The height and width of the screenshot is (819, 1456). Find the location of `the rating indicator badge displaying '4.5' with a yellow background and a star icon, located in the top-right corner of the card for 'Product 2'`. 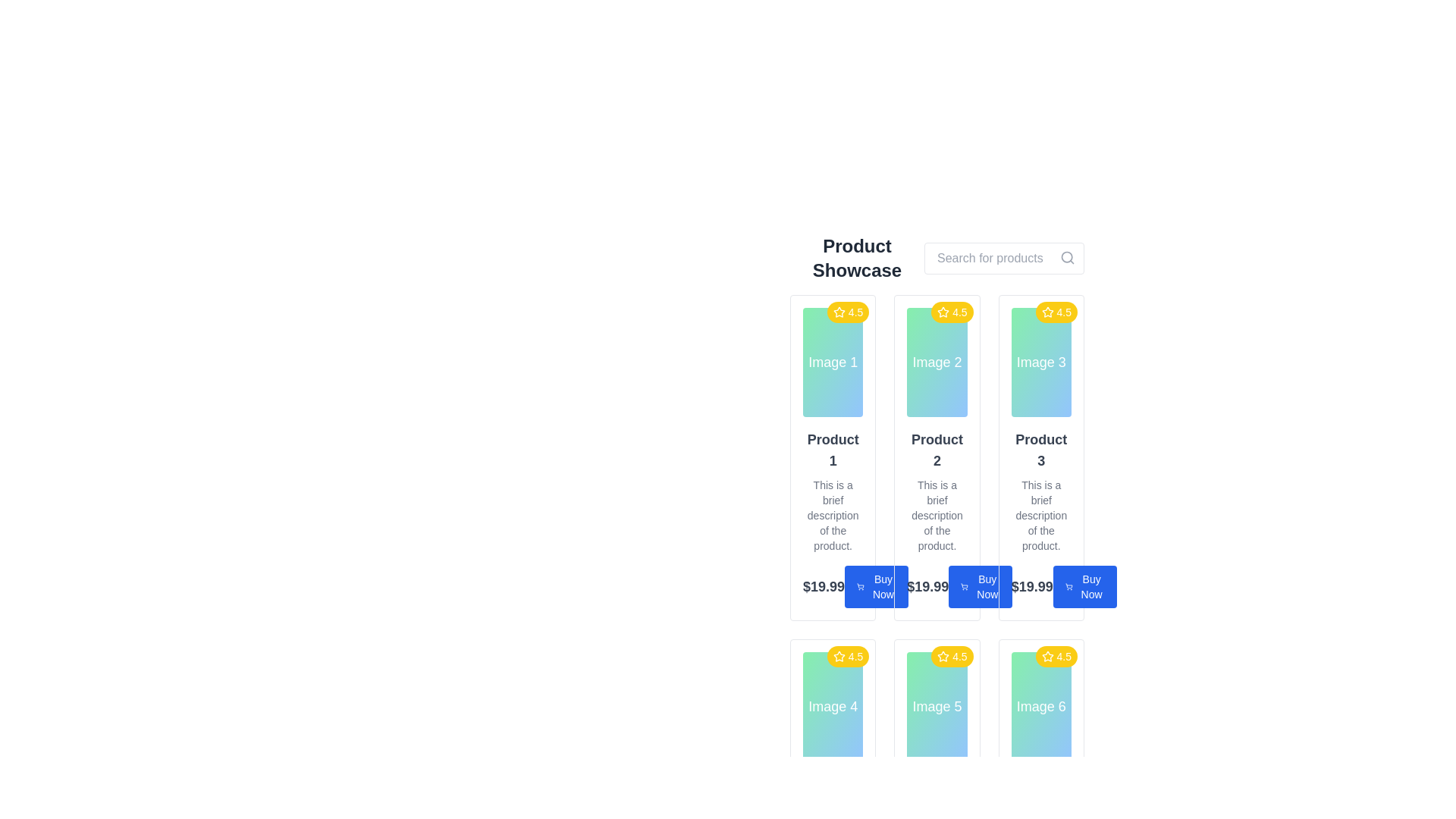

the rating indicator badge displaying '4.5' with a yellow background and a star icon, located in the top-right corner of the card for 'Product 2' is located at coordinates (951, 312).